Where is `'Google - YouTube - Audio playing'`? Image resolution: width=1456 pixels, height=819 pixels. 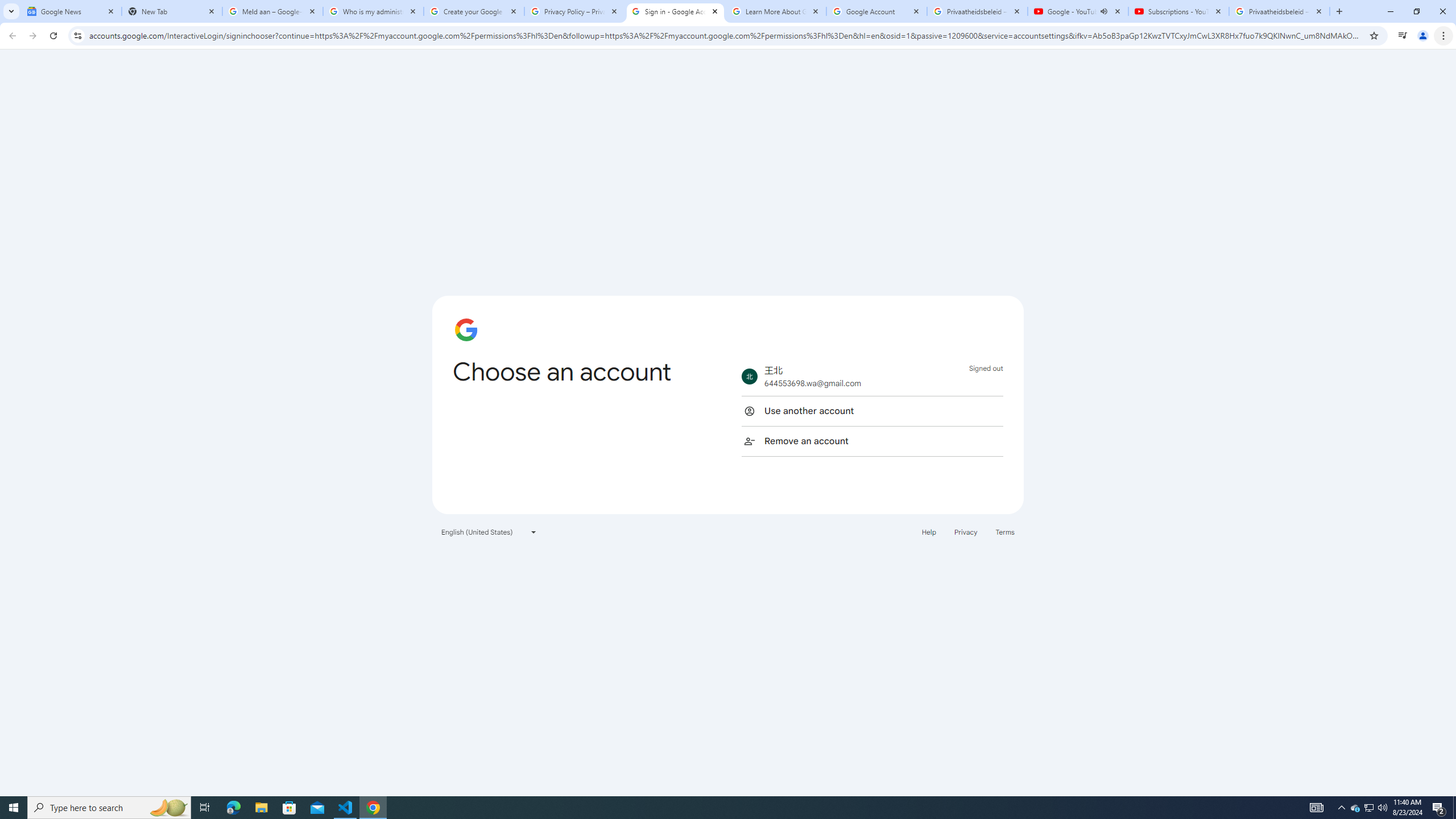 'Google - YouTube - Audio playing' is located at coordinates (1078, 11).